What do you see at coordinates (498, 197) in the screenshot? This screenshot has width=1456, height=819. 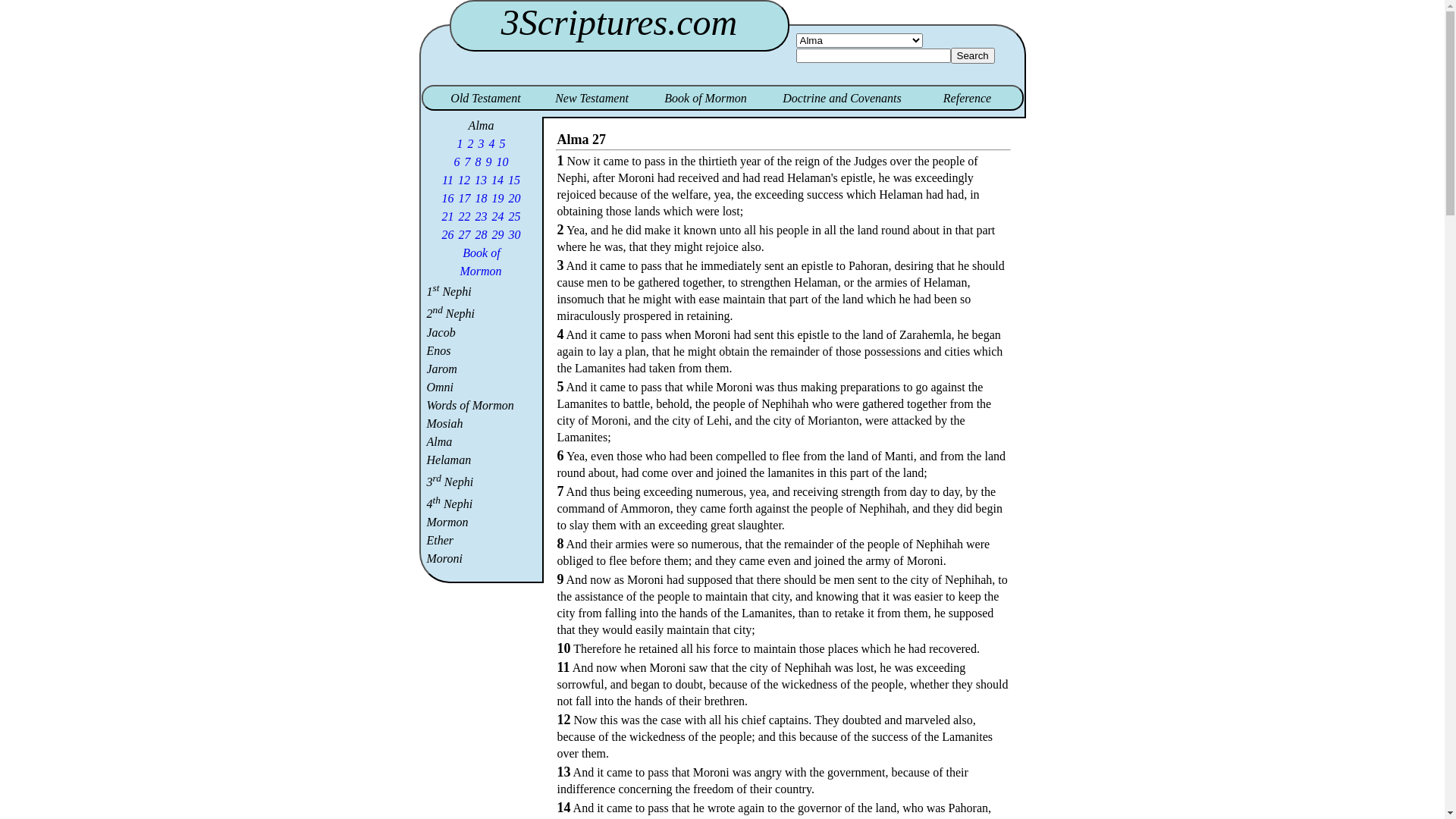 I see `'19'` at bounding box center [498, 197].